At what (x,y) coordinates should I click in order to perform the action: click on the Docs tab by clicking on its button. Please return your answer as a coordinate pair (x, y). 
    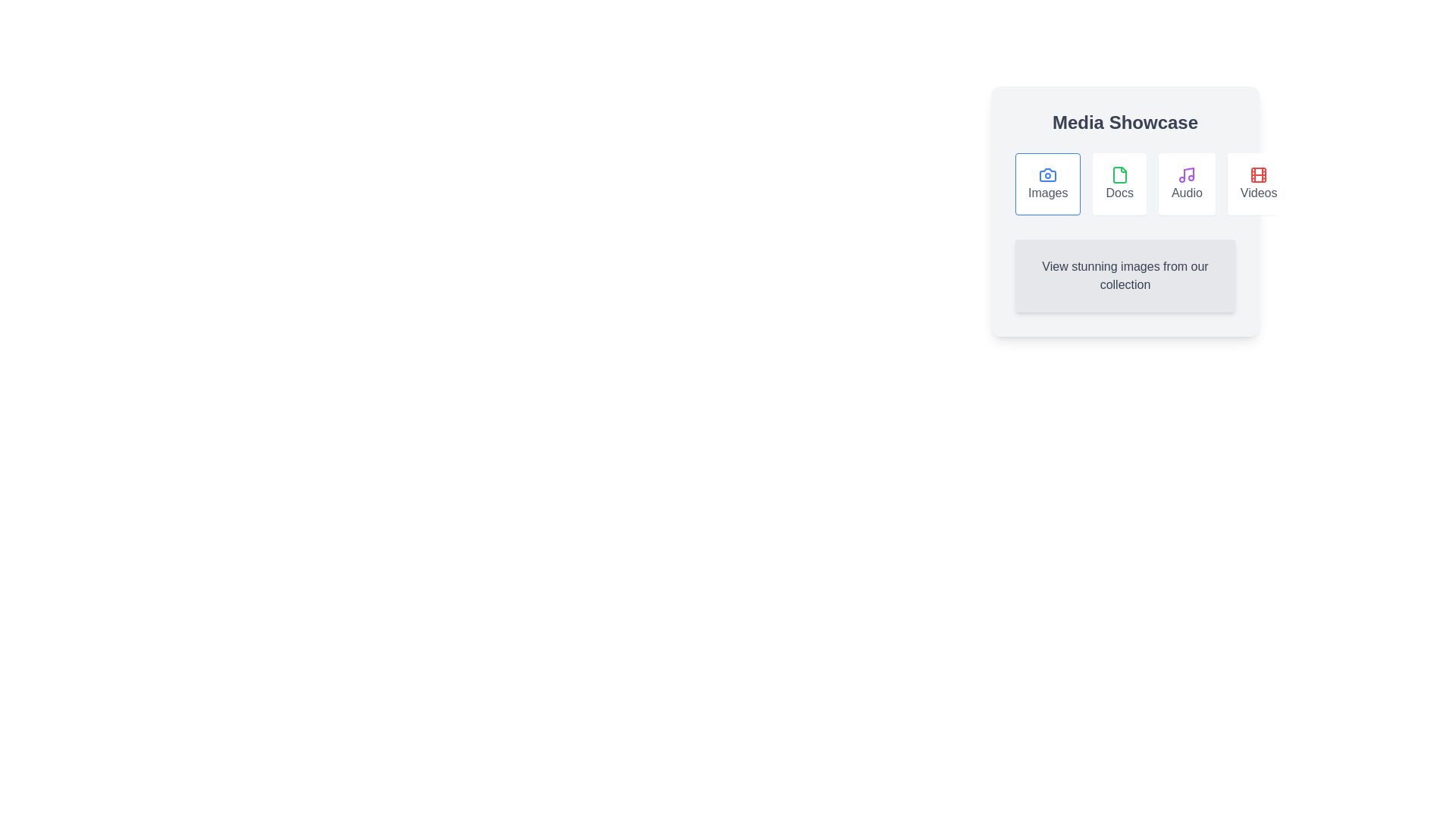
    Looking at the image, I should click on (1119, 184).